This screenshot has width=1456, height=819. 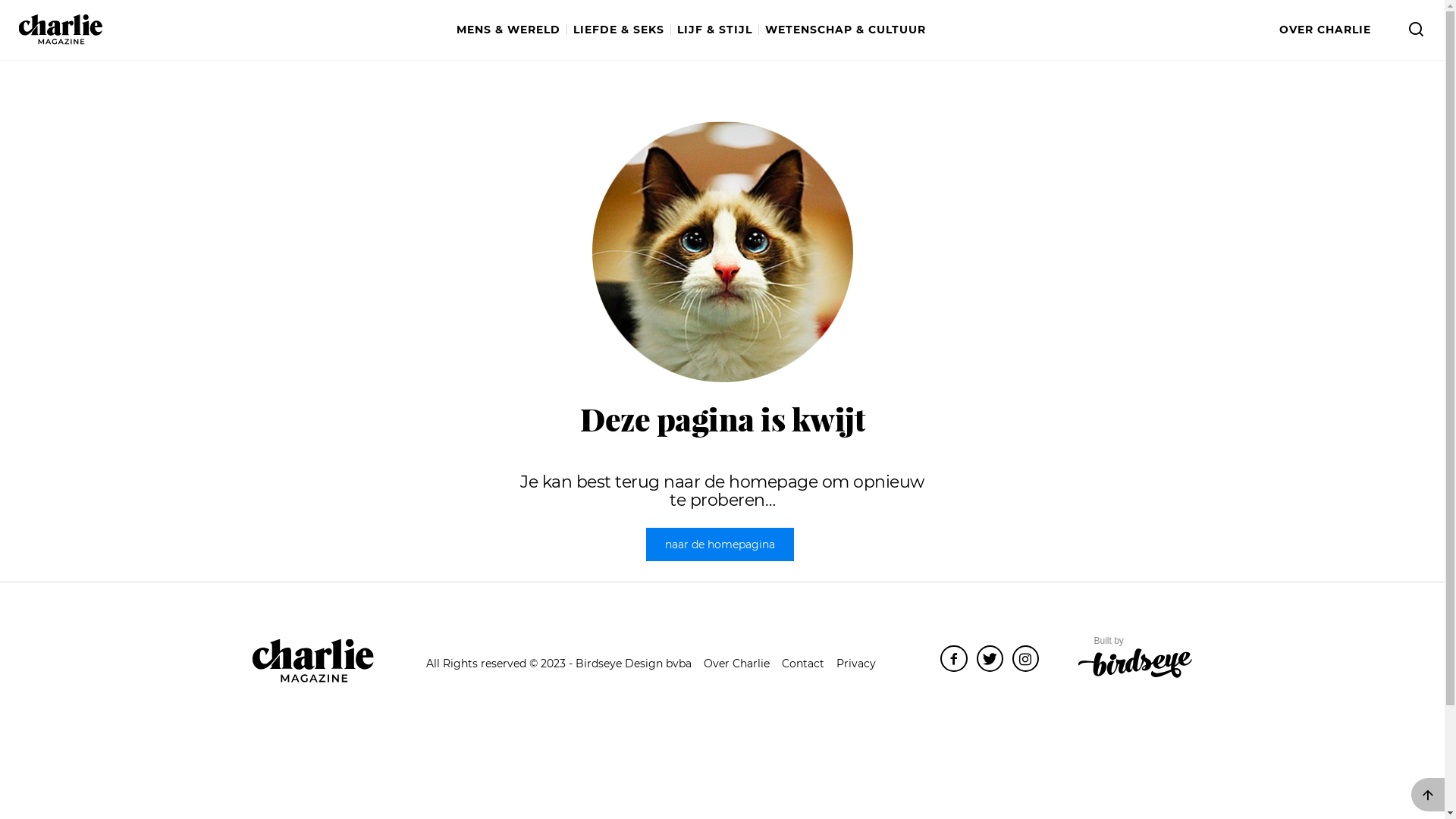 What do you see at coordinates (836, 663) in the screenshot?
I see `'Privacy'` at bounding box center [836, 663].